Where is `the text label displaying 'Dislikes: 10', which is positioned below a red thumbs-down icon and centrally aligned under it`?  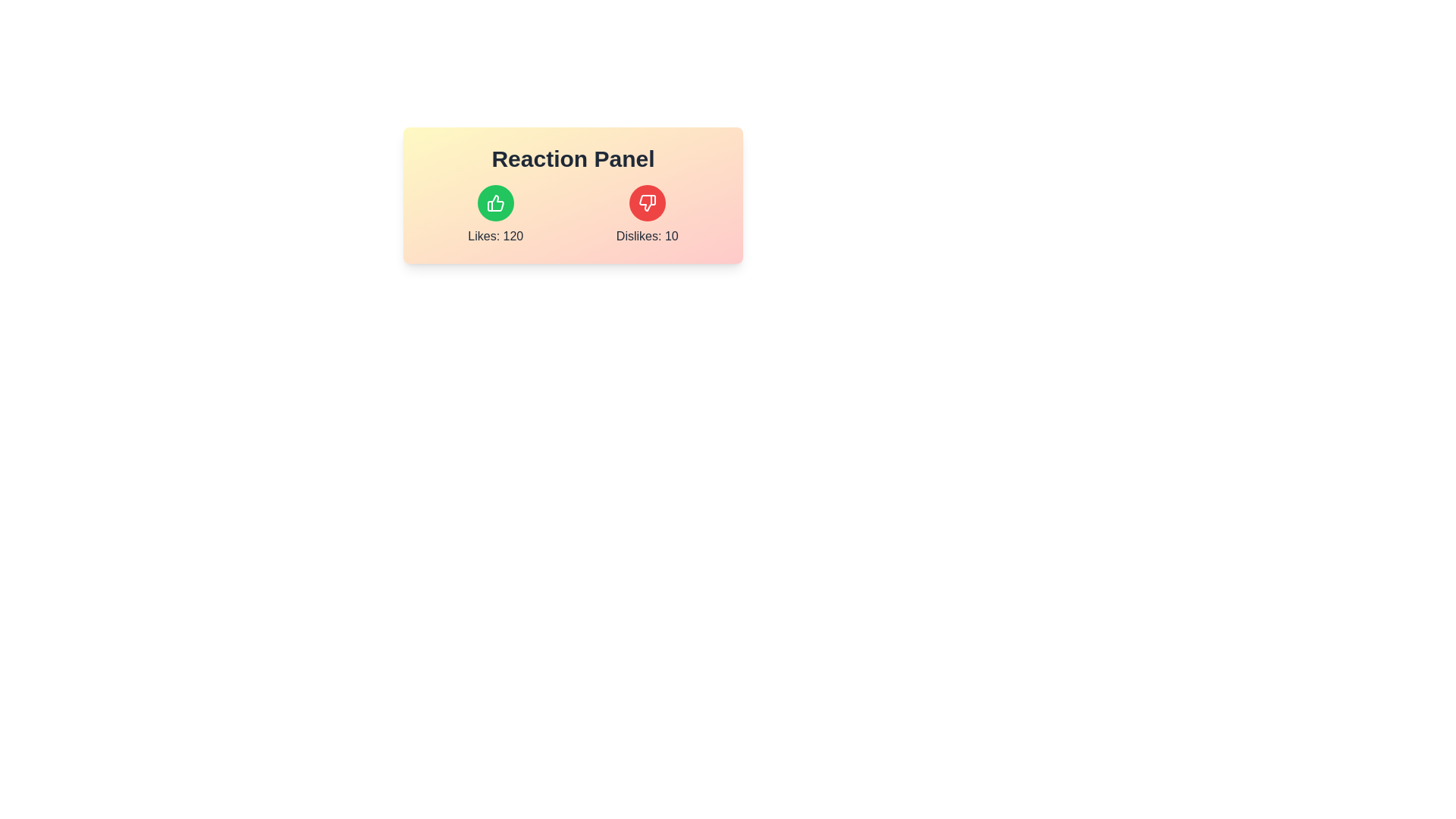
the text label displaying 'Dislikes: 10', which is positioned below a red thumbs-down icon and centrally aligned under it is located at coordinates (647, 237).